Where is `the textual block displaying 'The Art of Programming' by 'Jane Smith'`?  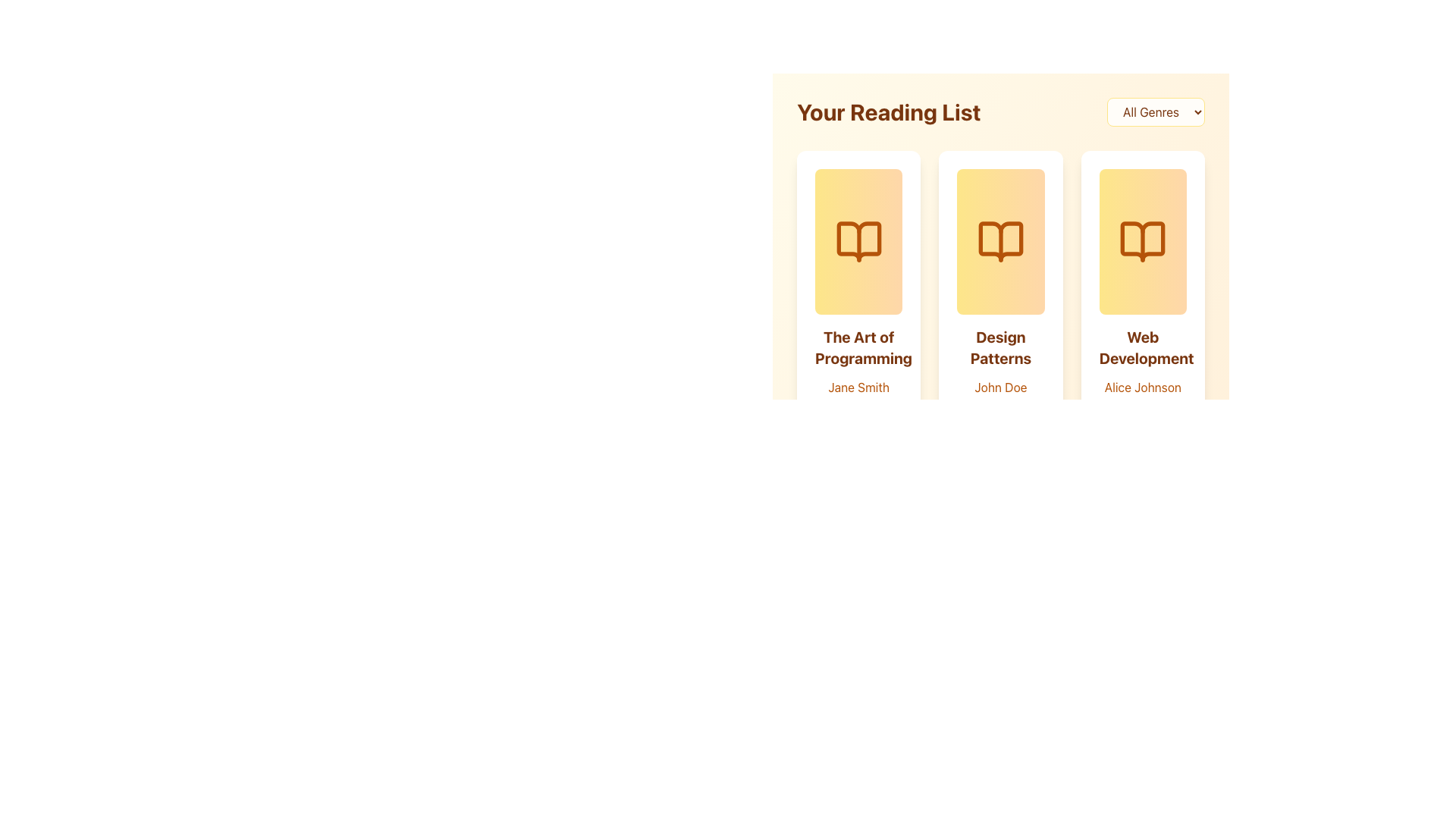 the textual block displaying 'The Art of Programming' by 'Jane Smith' is located at coordinates (858, 393).